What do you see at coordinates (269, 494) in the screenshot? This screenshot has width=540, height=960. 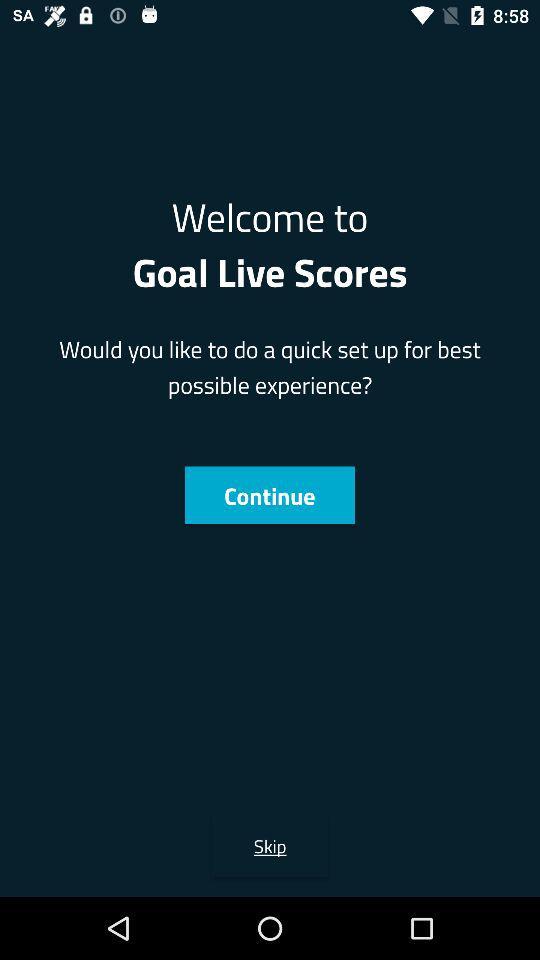 I see `the continue item` at bounding box center [269, 494].